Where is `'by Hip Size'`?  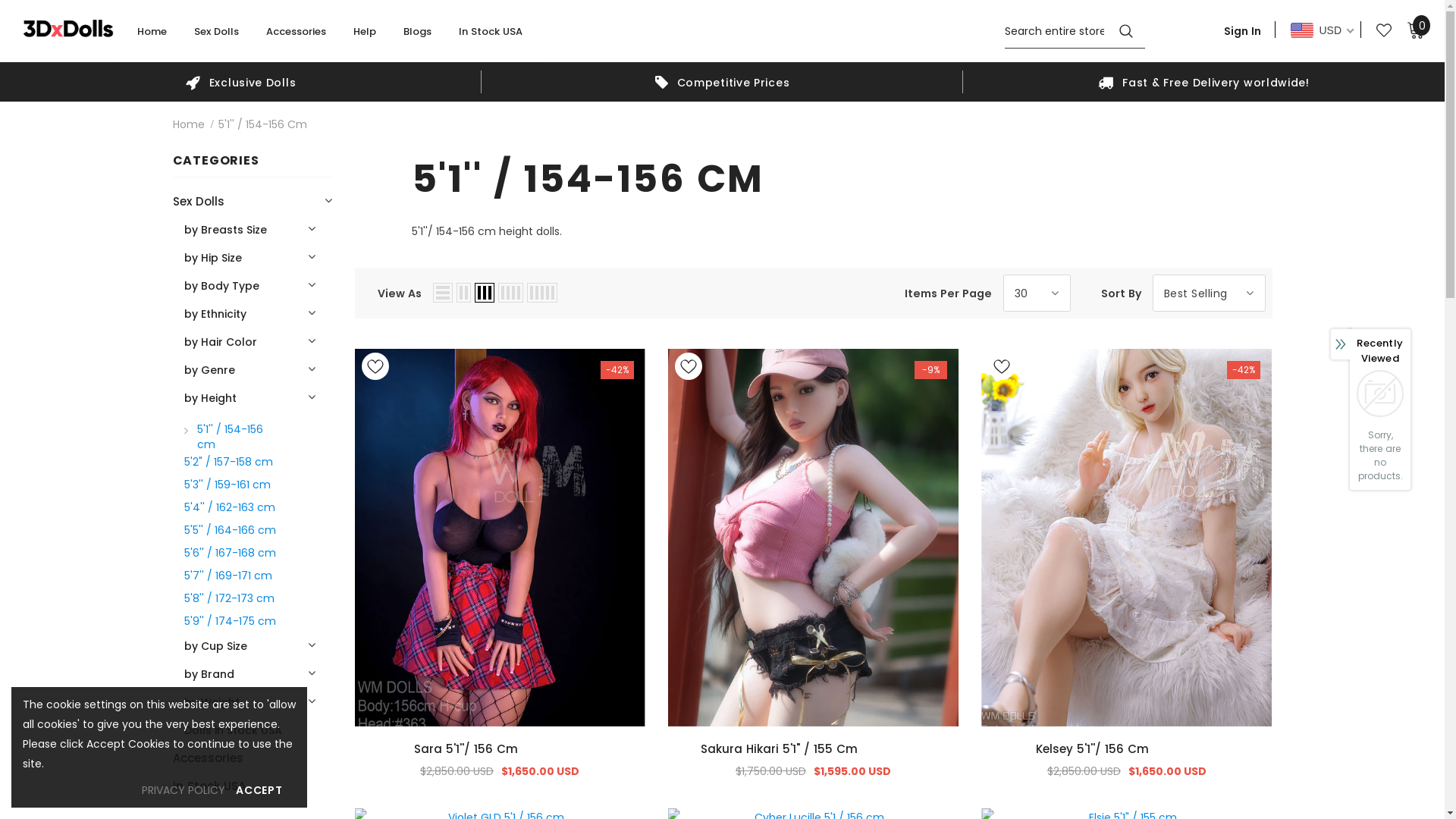
'by Hip Size' is located at coordinates (211, 256).